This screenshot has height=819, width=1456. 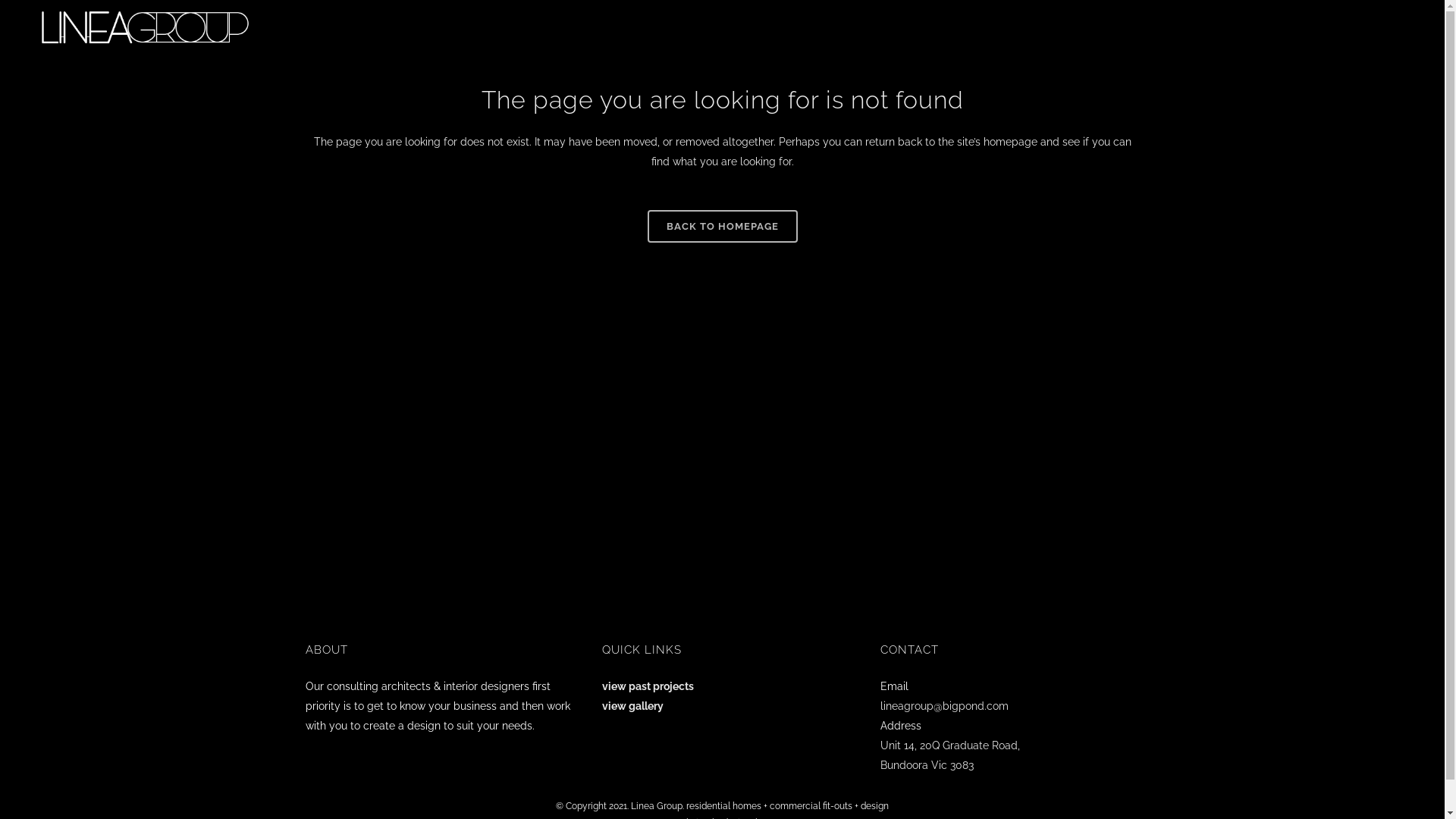 I want to click on 'BACK TO HOMEPAGE', so click(x=722, y=226).